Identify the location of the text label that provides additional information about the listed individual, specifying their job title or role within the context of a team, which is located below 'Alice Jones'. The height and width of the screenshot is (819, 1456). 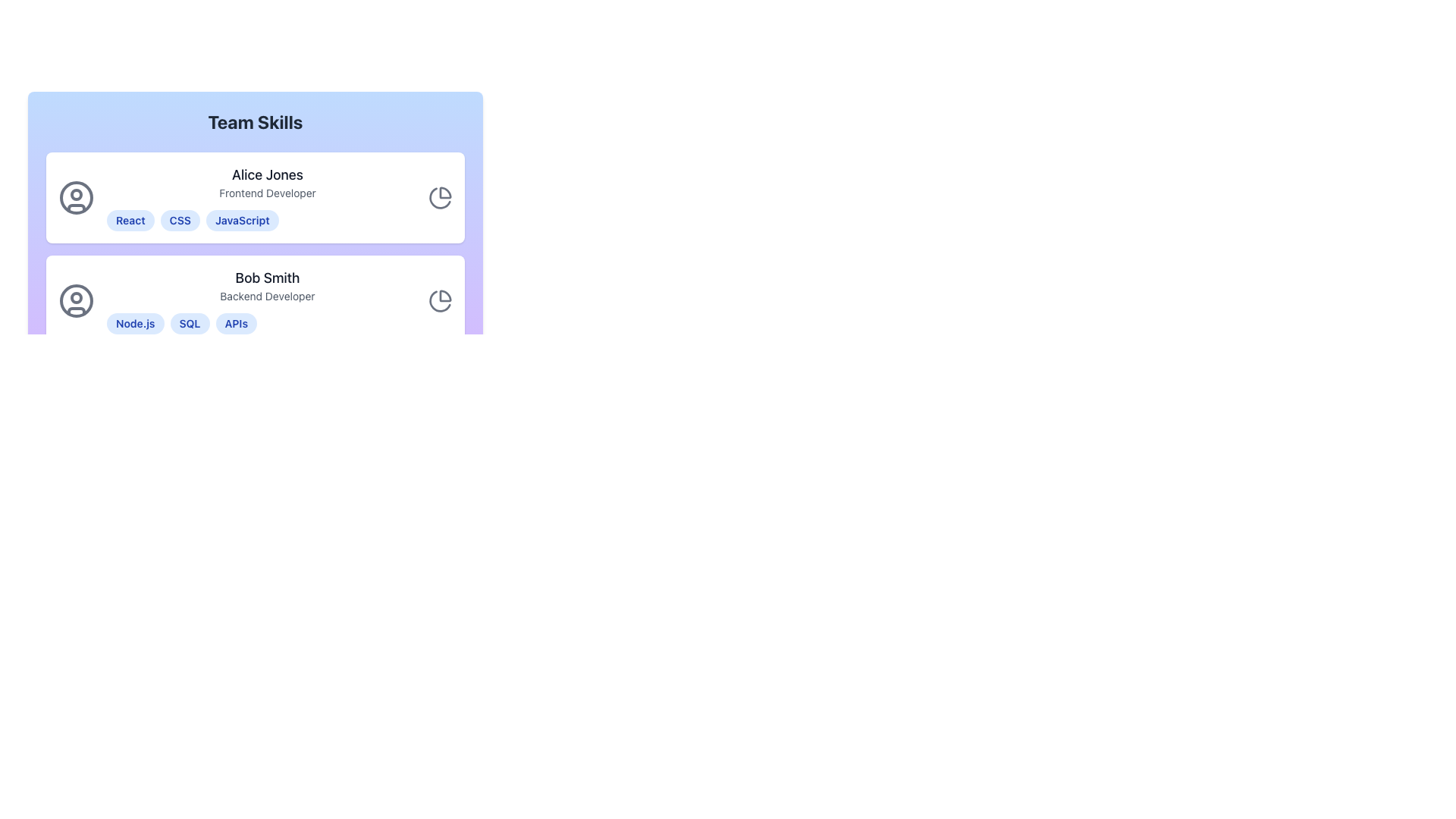
(268, 192).